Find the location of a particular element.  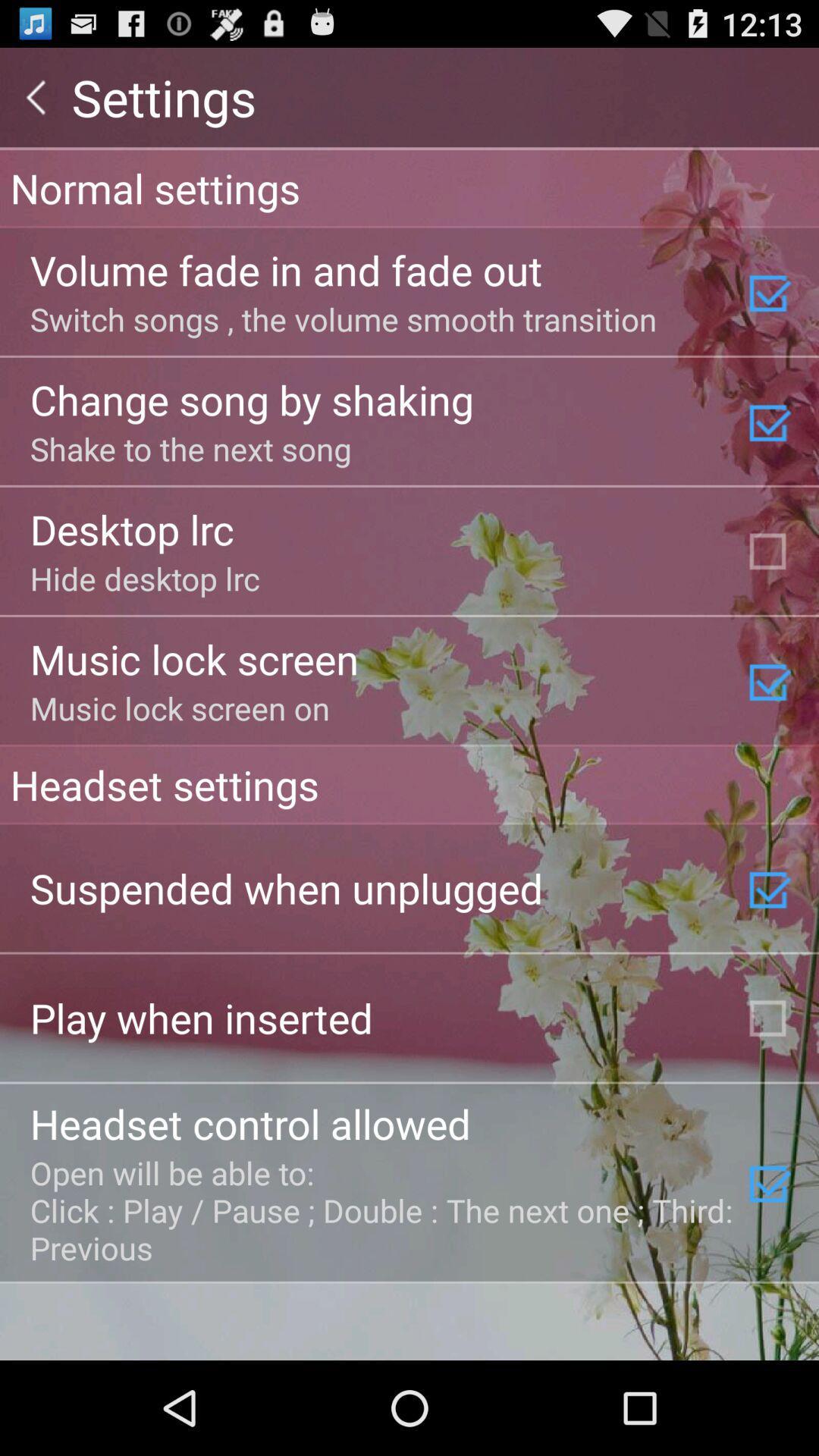

item above suspended when unplugged item is located at coordinates (409, 784).